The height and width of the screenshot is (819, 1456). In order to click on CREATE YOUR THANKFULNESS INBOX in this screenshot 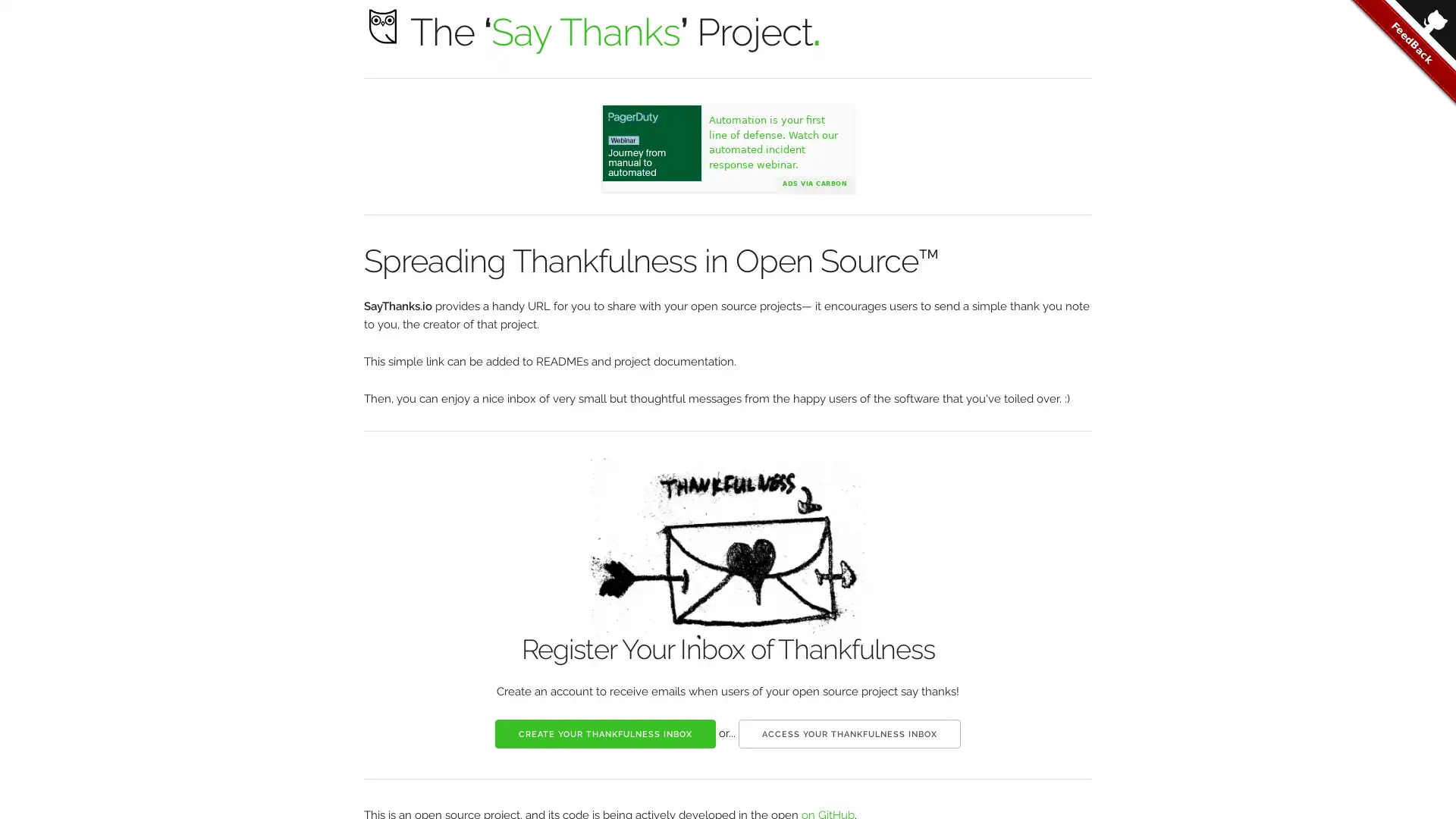, I will do `click(604, 733)`.